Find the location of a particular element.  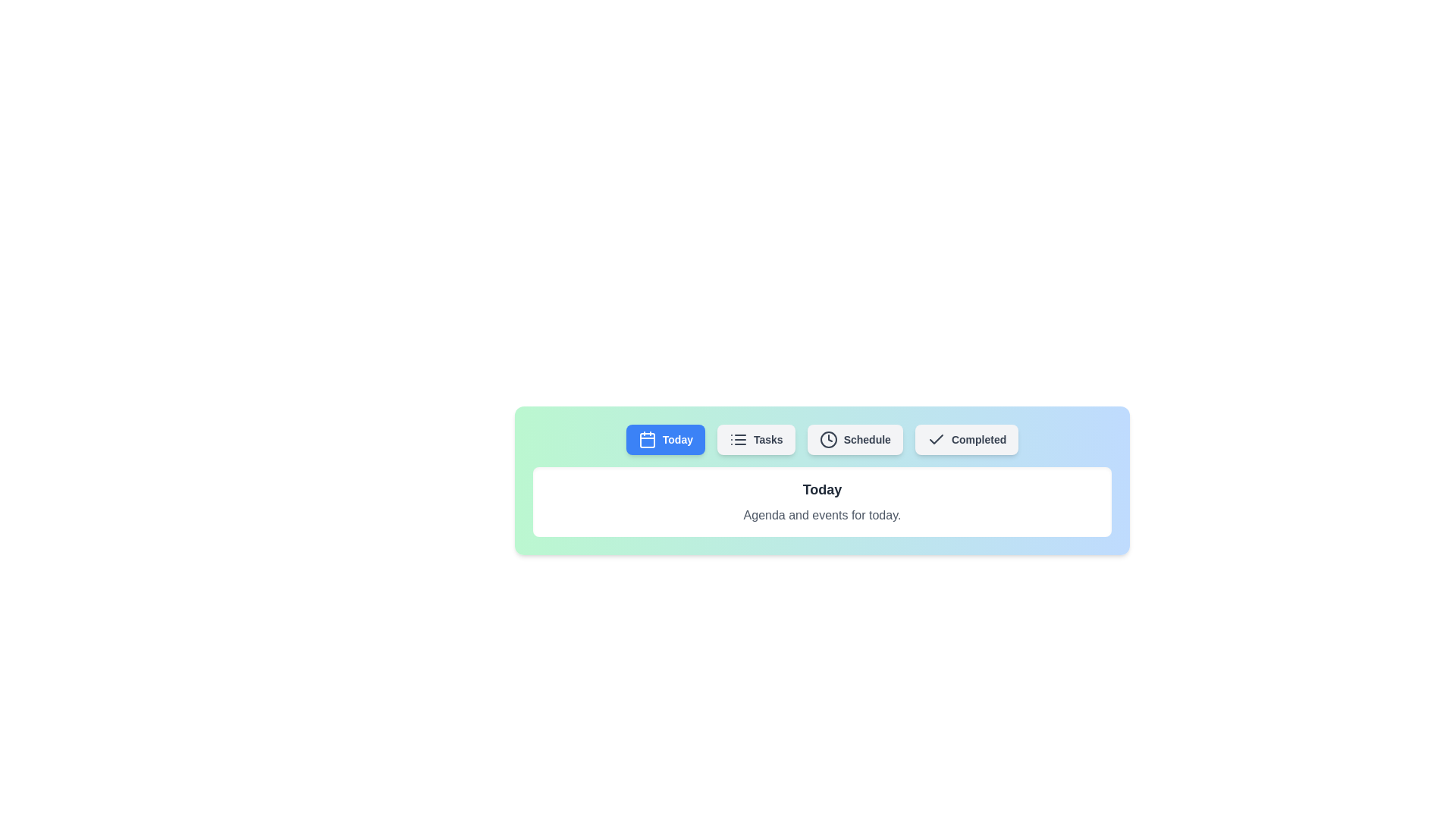

the tab labeled Tasks to view its hover effect is located at coordinates (756, 439).